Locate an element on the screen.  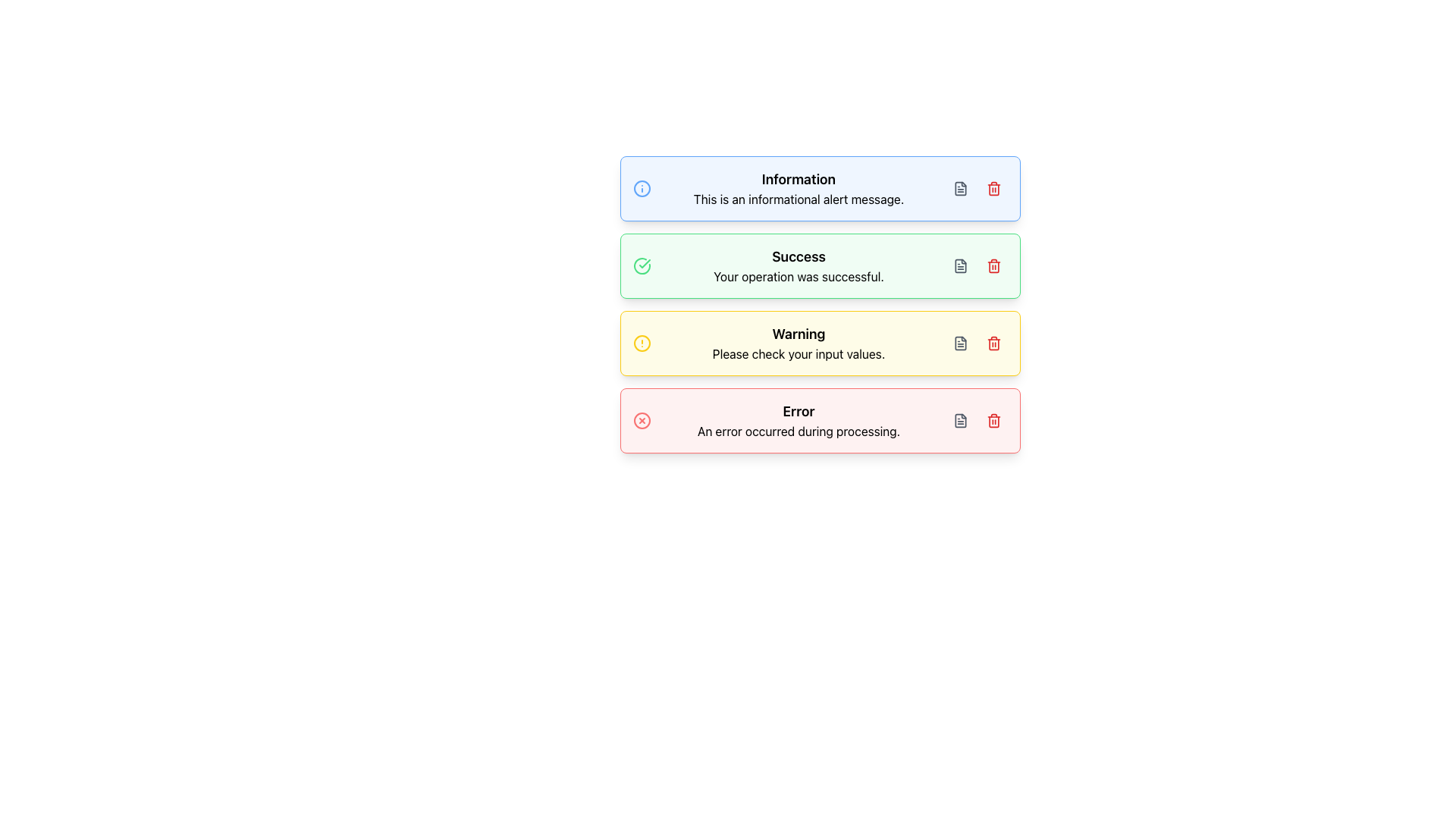
the design of the success icon located on the left side of the green 'Success' notification box is located at coordinates (644, 262).